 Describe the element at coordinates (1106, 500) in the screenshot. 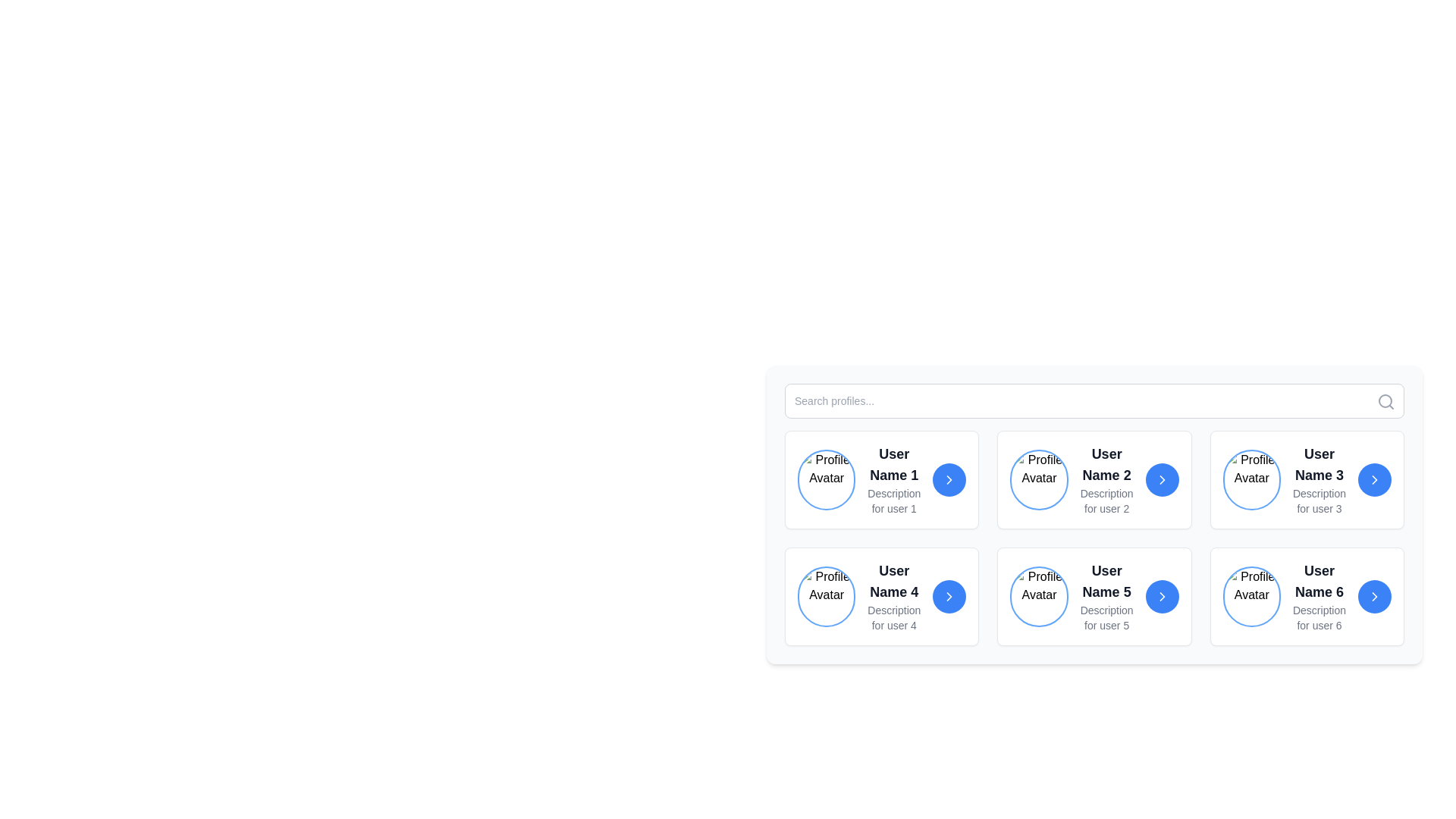

I see `the text label located below 'User Name 2' in the second profile card of the top row in the grid structure` at that location.